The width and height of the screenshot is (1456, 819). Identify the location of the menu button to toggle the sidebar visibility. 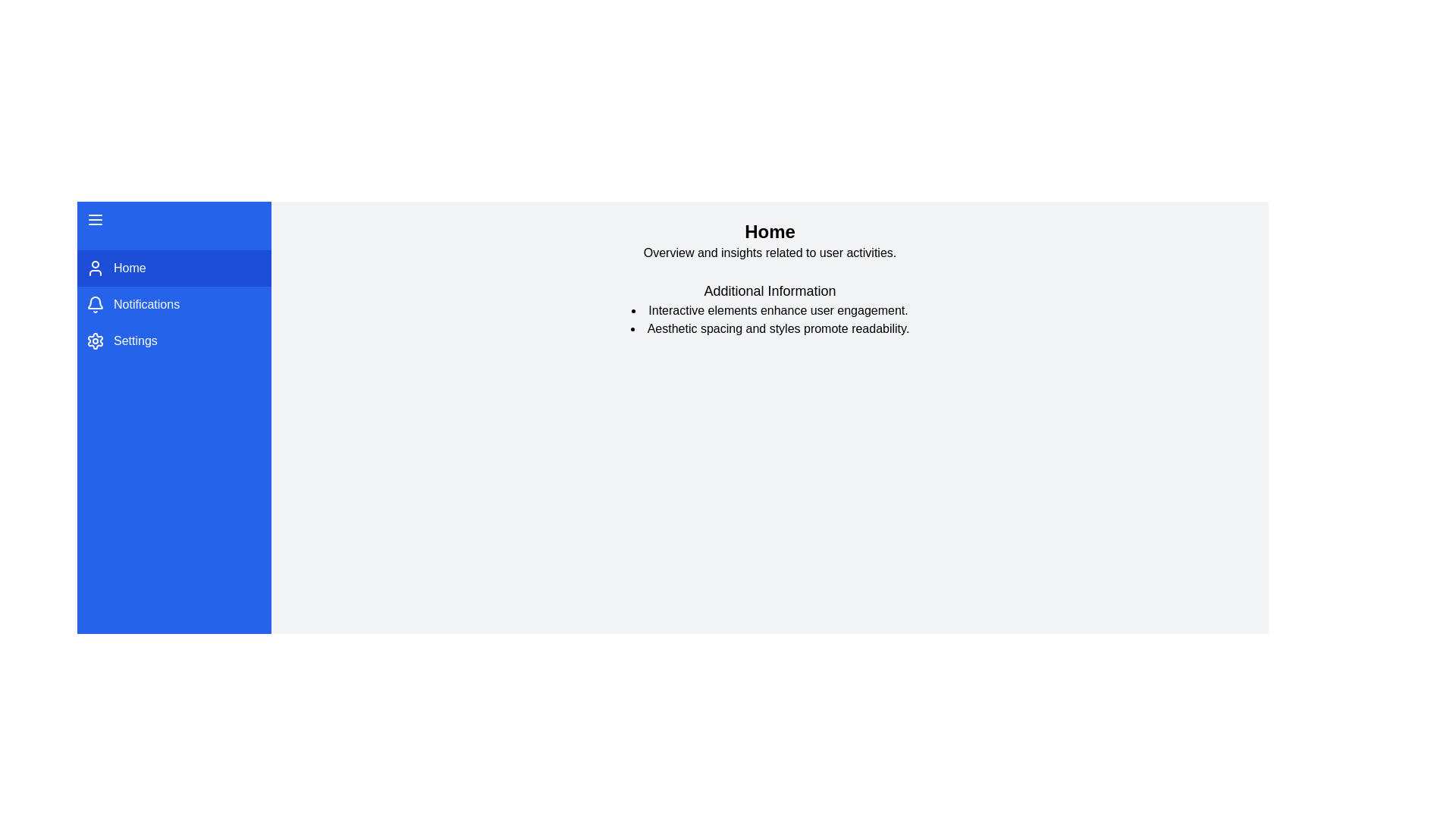
(94, 219).